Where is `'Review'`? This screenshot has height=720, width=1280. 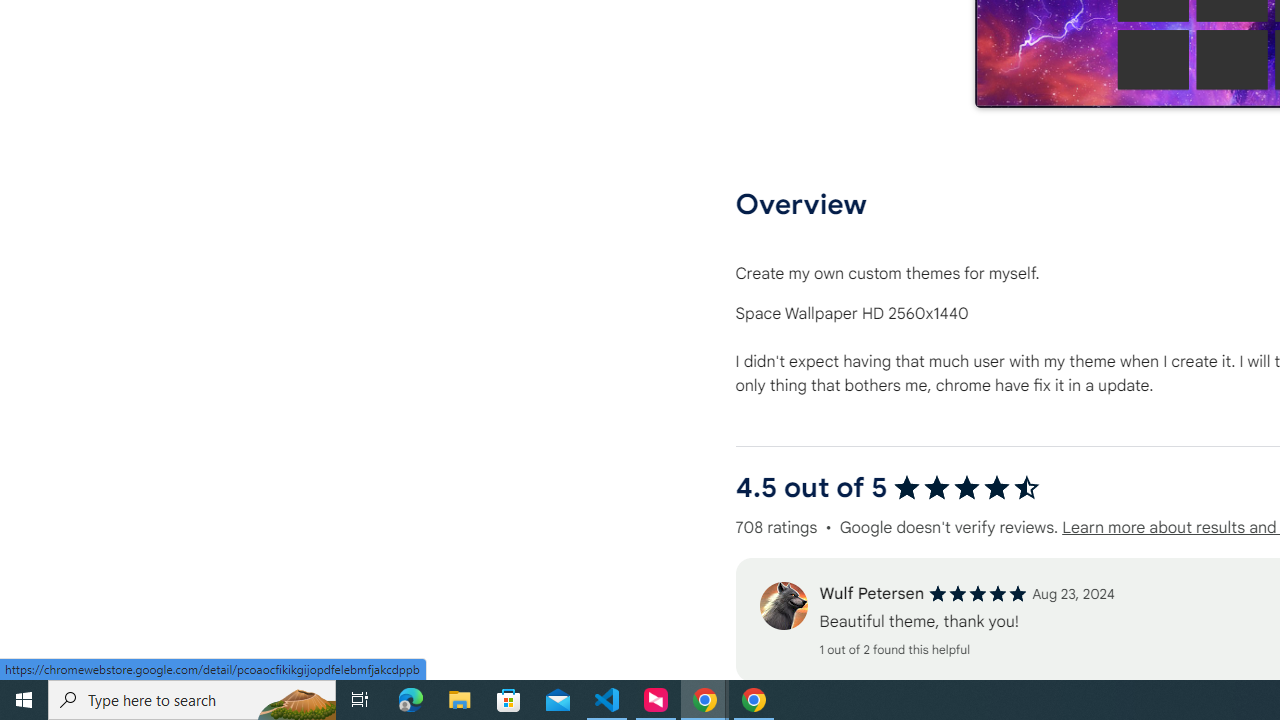
'Review' is located at coordinates (782, 605).